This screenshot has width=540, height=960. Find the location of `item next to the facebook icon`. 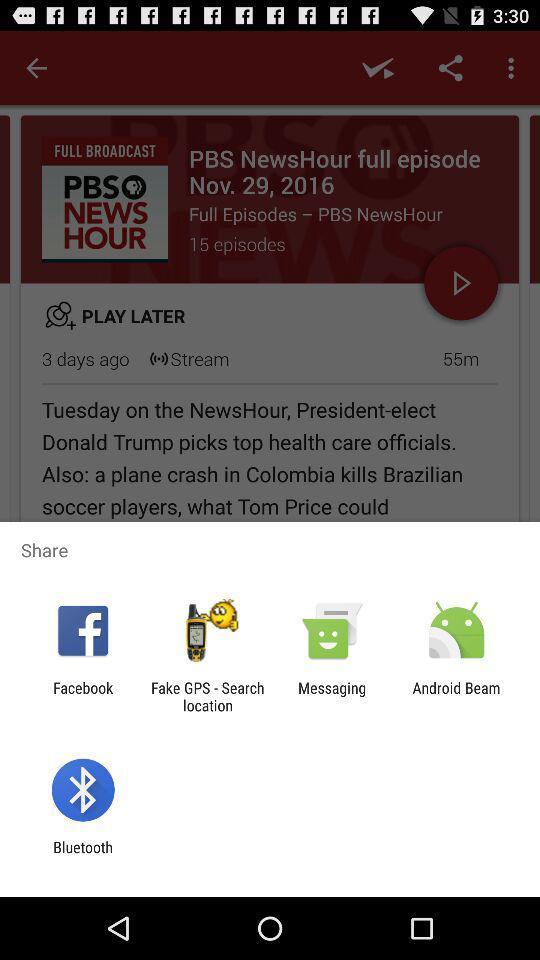

item next to the facebook icon is located at coordinates (206, 696).